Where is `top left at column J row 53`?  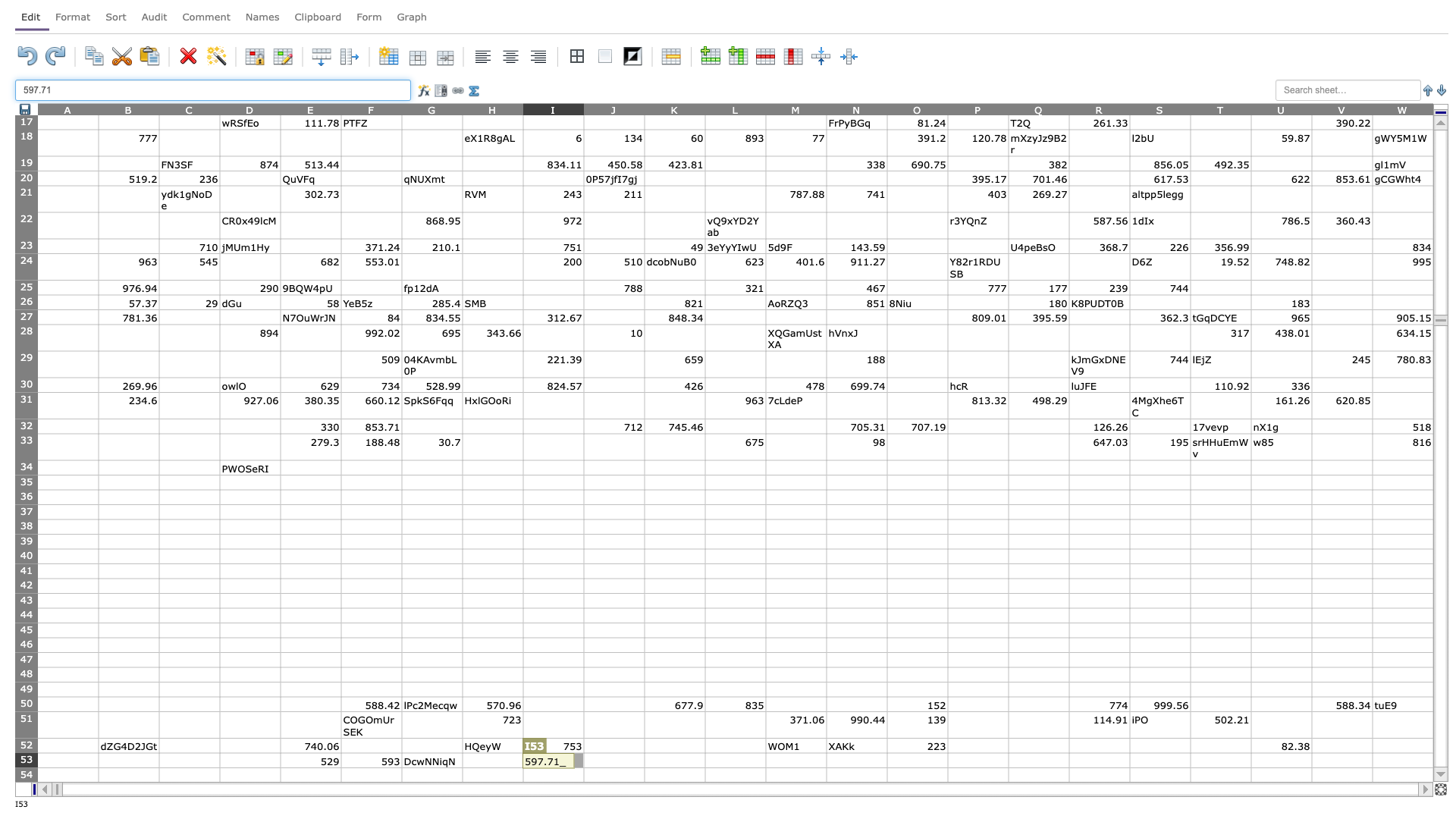
top left at column J row 53 is located at coordinates (582, 752).